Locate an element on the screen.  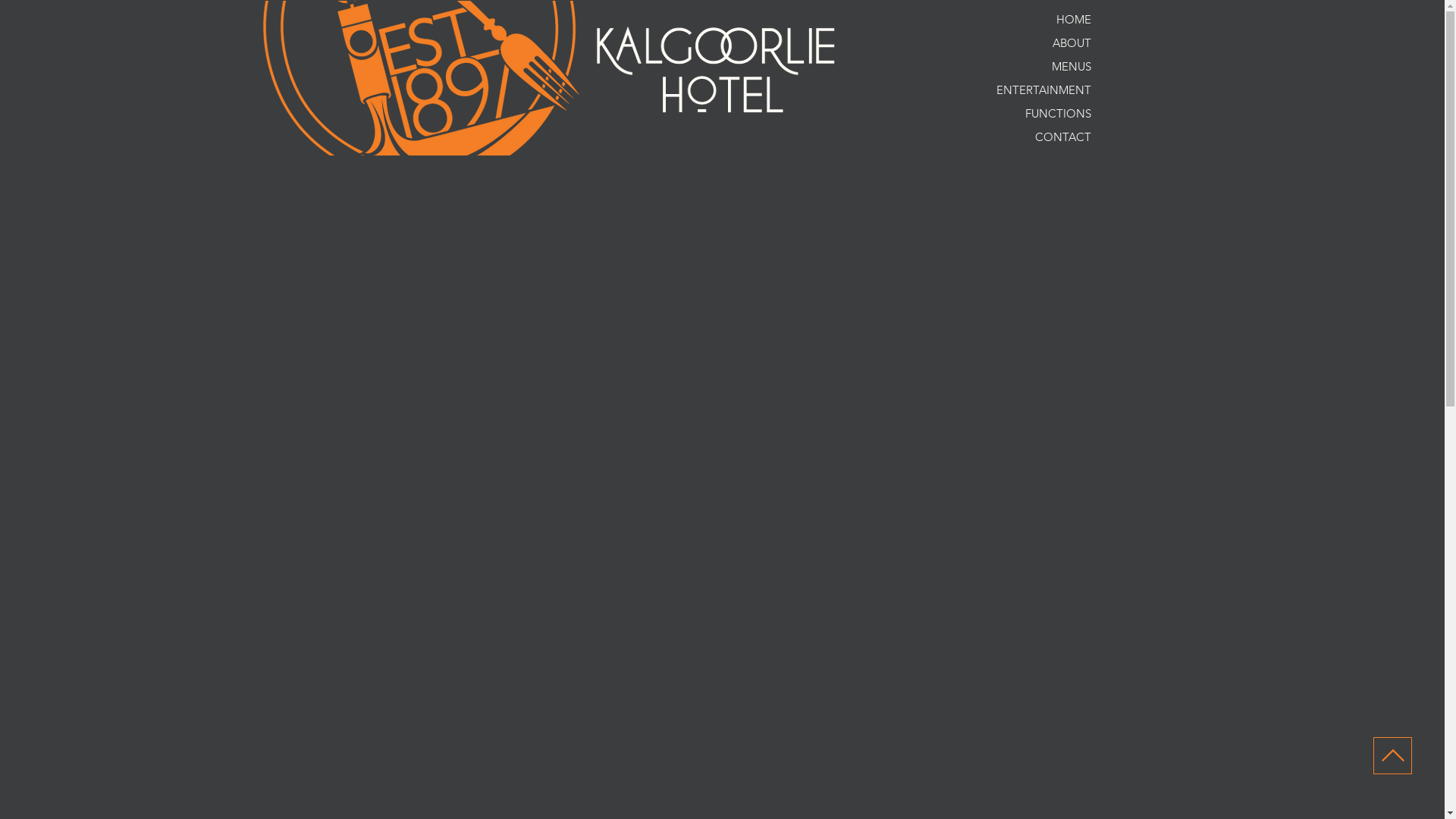
'ENTERTAINMENT' is located at coordinates (1026, 89).